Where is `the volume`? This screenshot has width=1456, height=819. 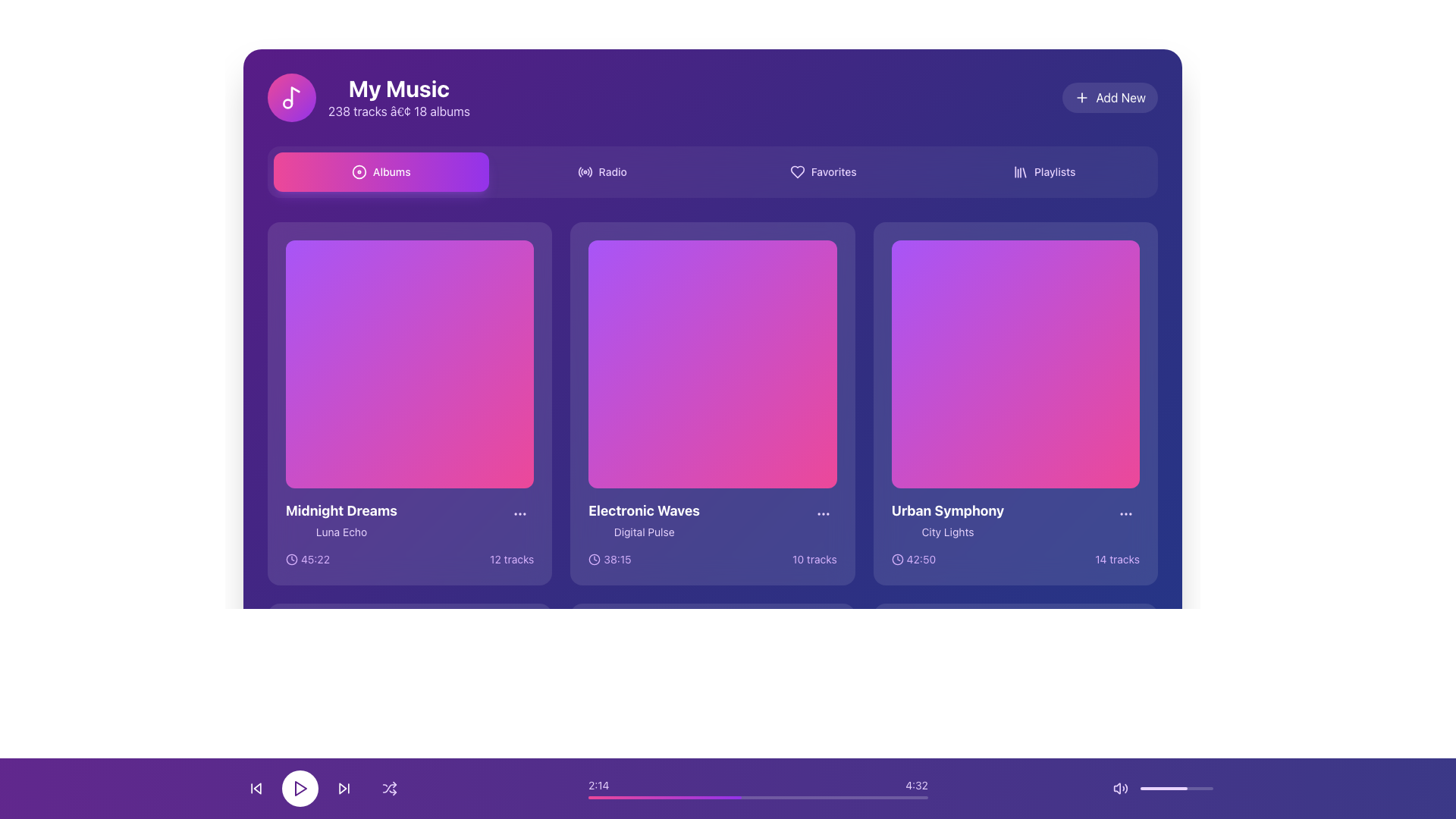 the volume is located at coordinates (1184, 788).